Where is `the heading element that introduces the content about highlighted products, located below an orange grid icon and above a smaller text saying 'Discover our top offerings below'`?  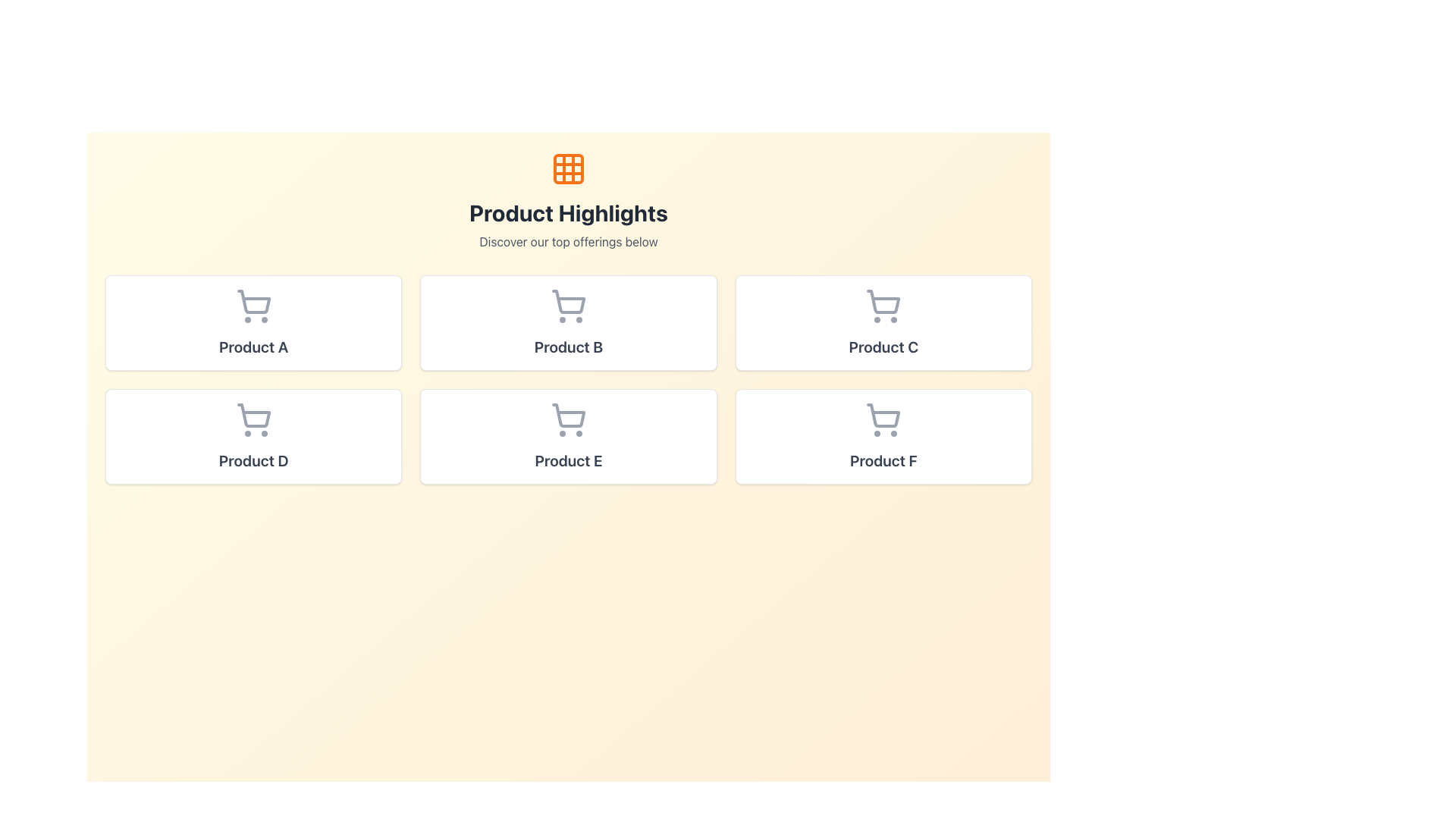 the heading element that introduces the content about highlighted products, located below an orange grid icon and above a smaller text saying 'Discover our top offerings below' is located at coordinates (567, 213).